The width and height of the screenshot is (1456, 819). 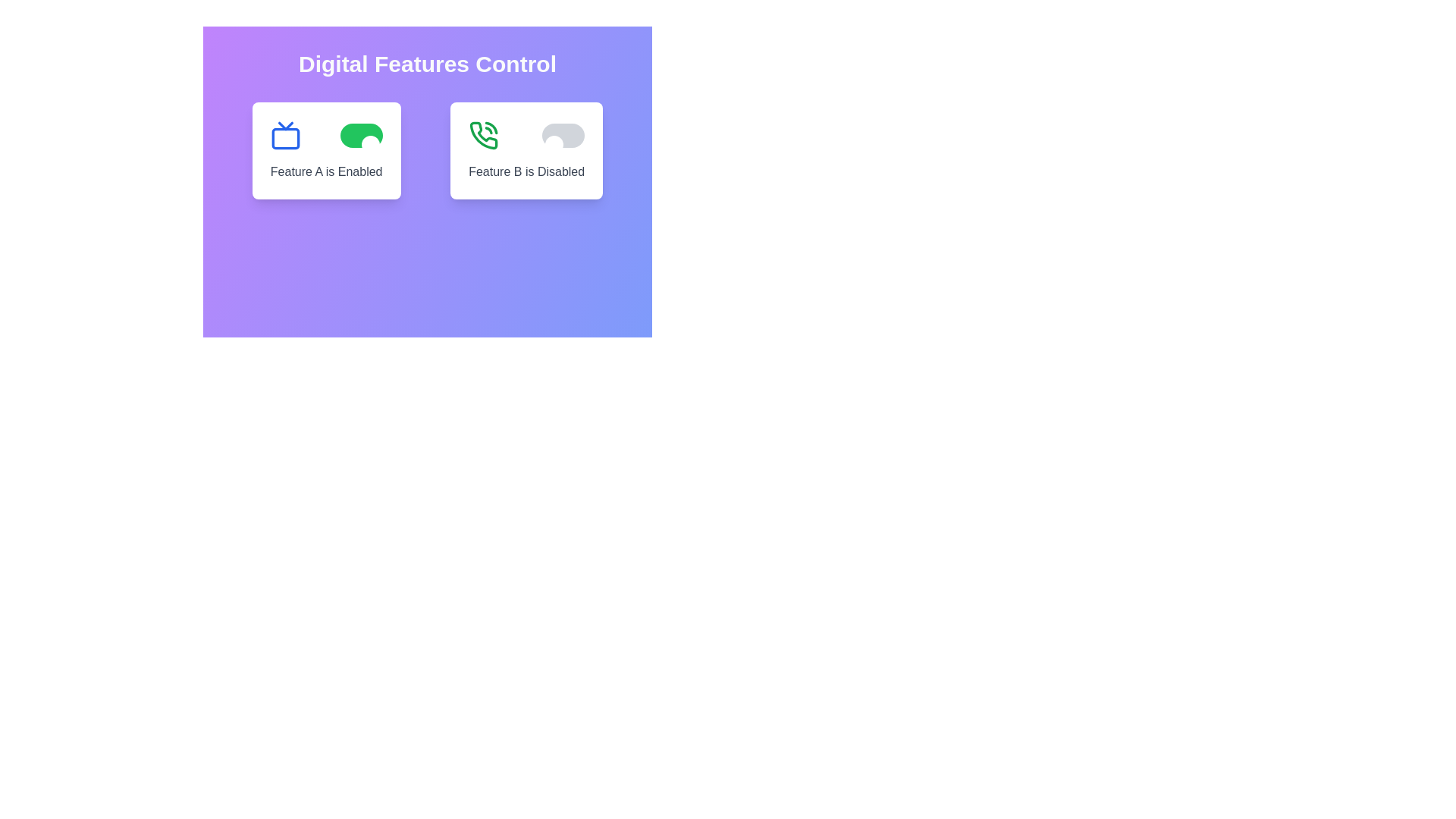 What do you see at coordinates (491, 127) in the screenshot?
I see `the green telephone receiver icon indicating a phone call, located within the card labeled 'Feature B is Disabled'` at bounding box center [491, 127].